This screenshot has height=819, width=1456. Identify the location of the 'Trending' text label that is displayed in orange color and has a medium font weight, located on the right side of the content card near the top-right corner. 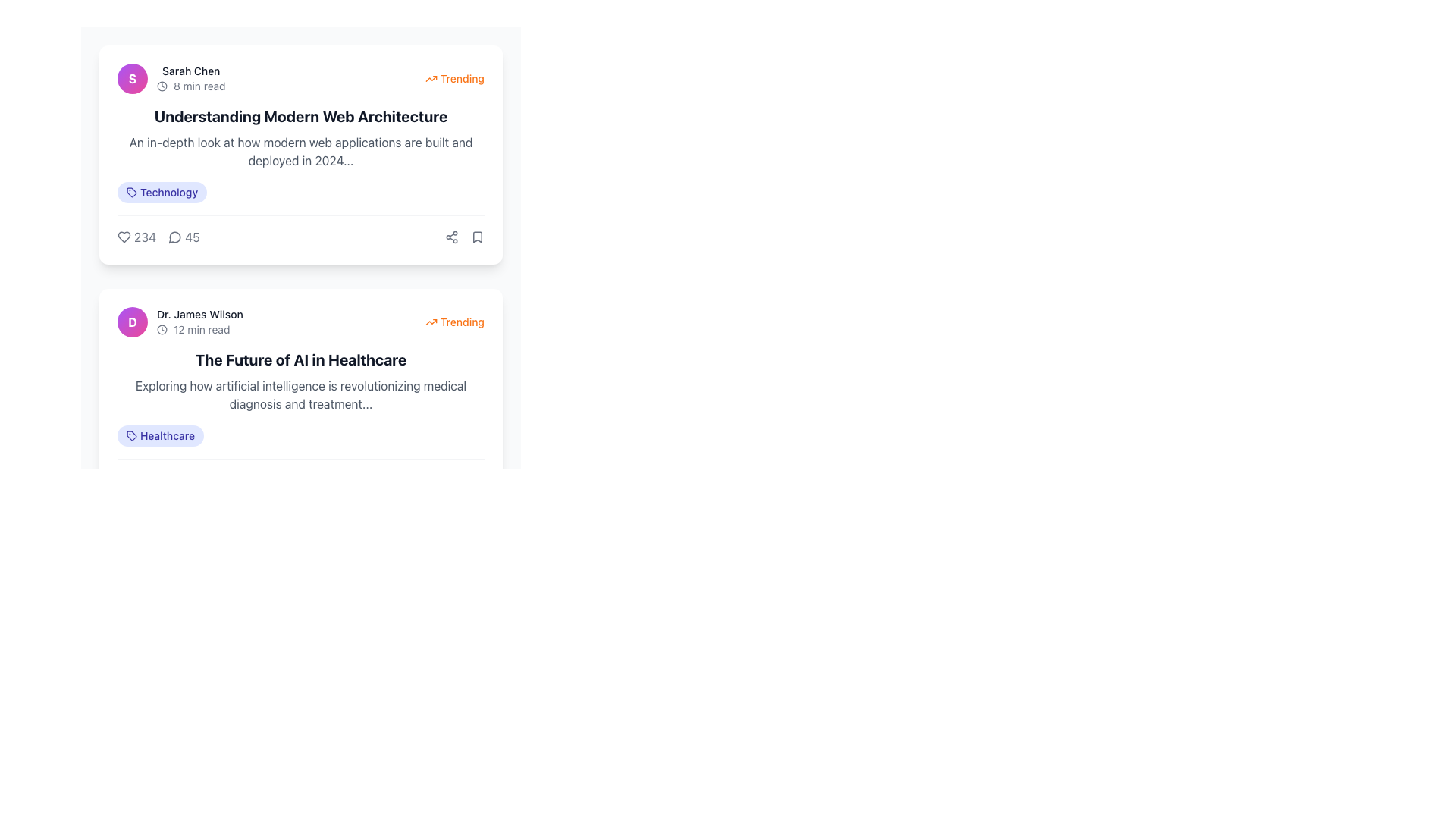
(461, 79).